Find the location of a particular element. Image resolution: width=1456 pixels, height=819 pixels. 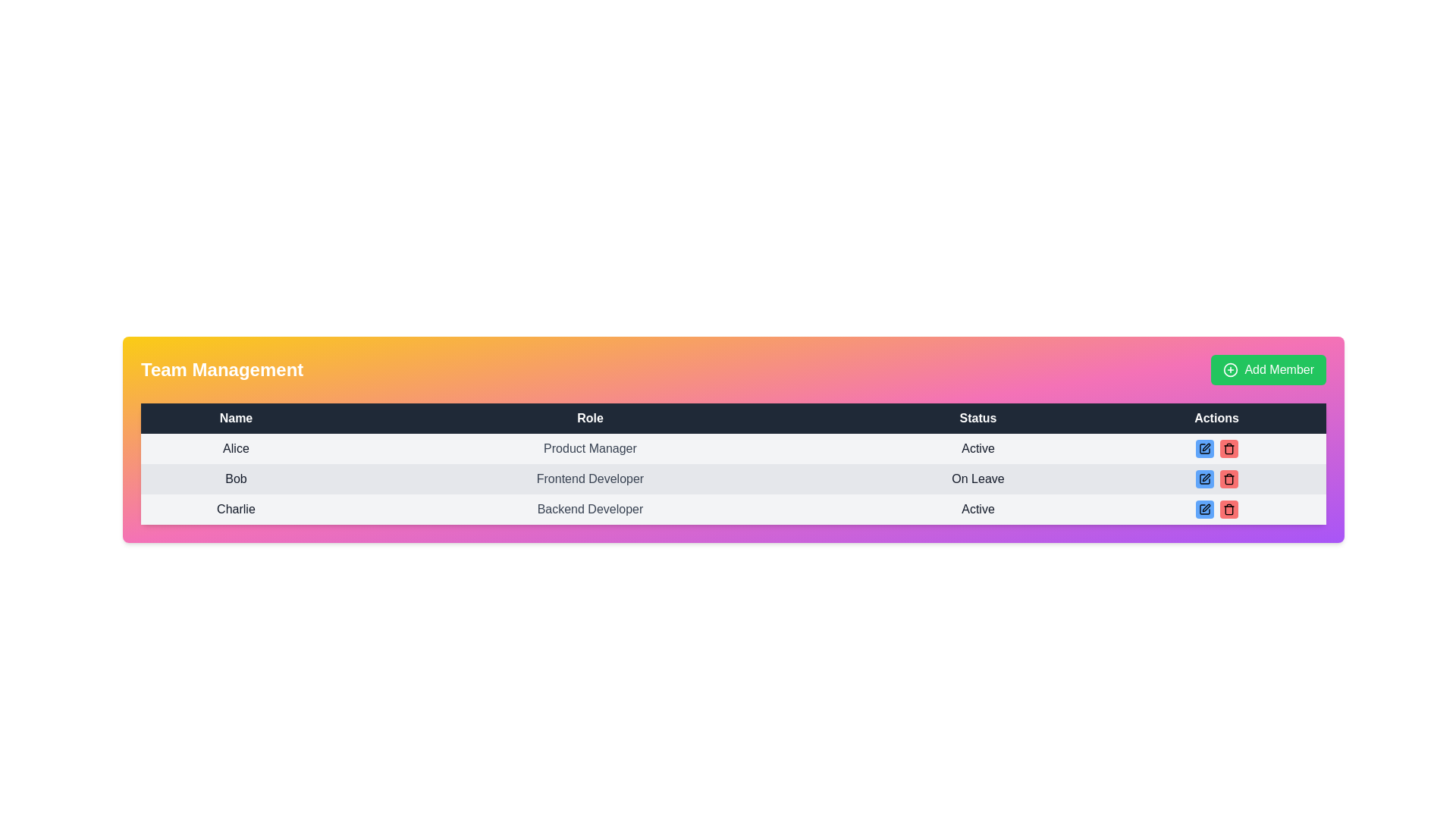

the context of the interface is located at coordinates (221, 370).